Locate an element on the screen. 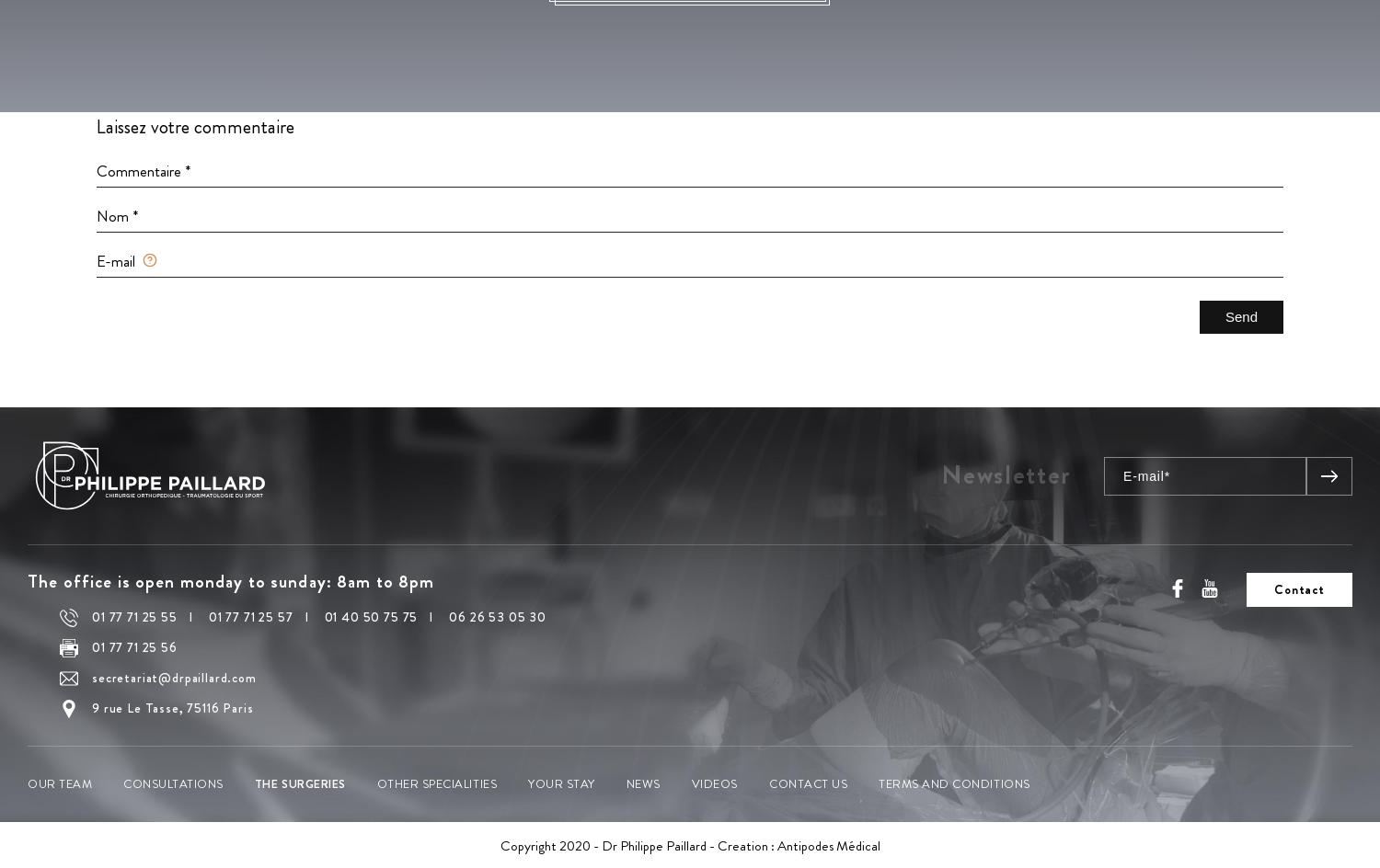  'Our Team' is located at coordinates (58, 783).